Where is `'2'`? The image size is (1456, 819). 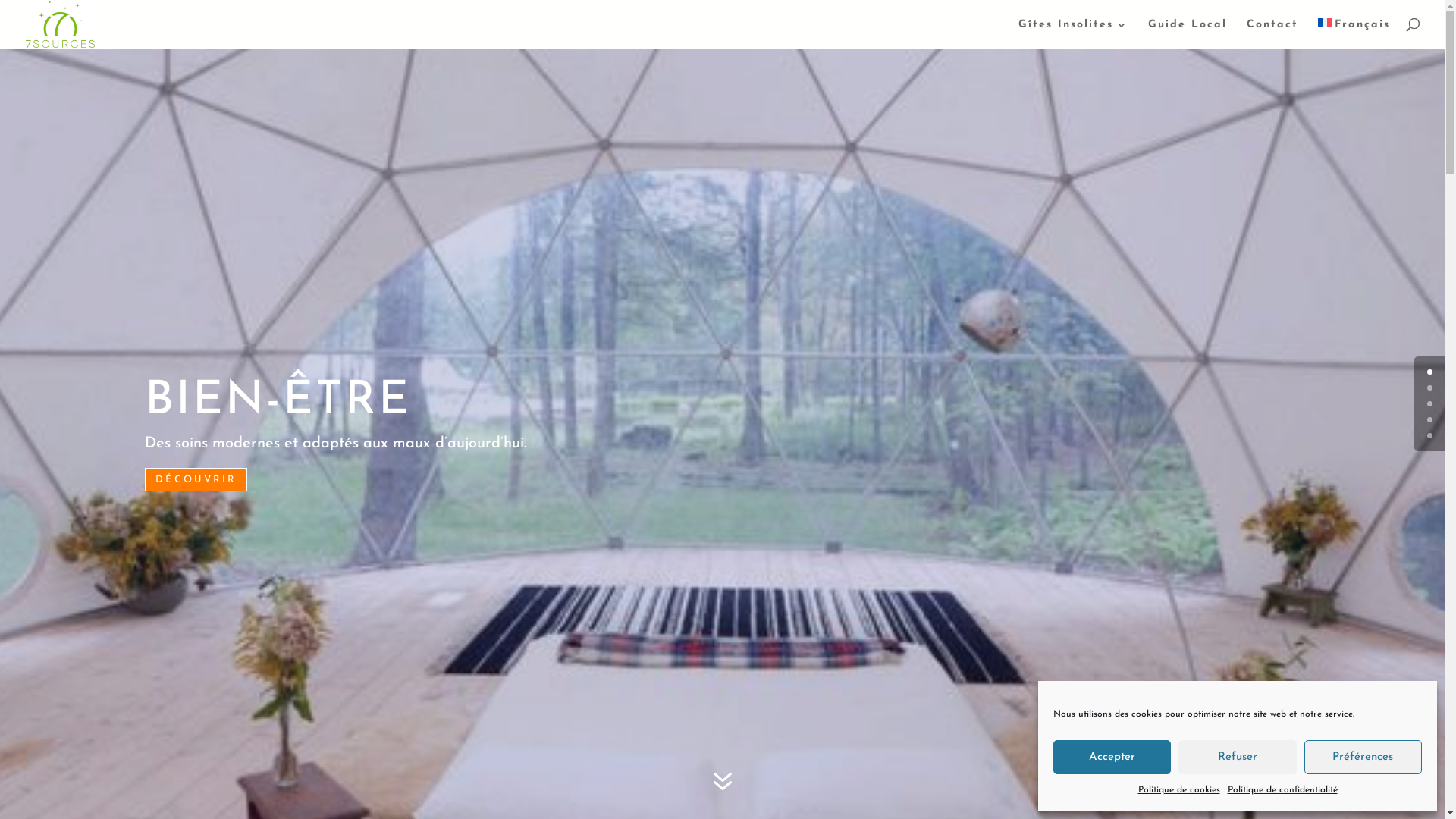
'2' is located at coordinates (1426, 403).